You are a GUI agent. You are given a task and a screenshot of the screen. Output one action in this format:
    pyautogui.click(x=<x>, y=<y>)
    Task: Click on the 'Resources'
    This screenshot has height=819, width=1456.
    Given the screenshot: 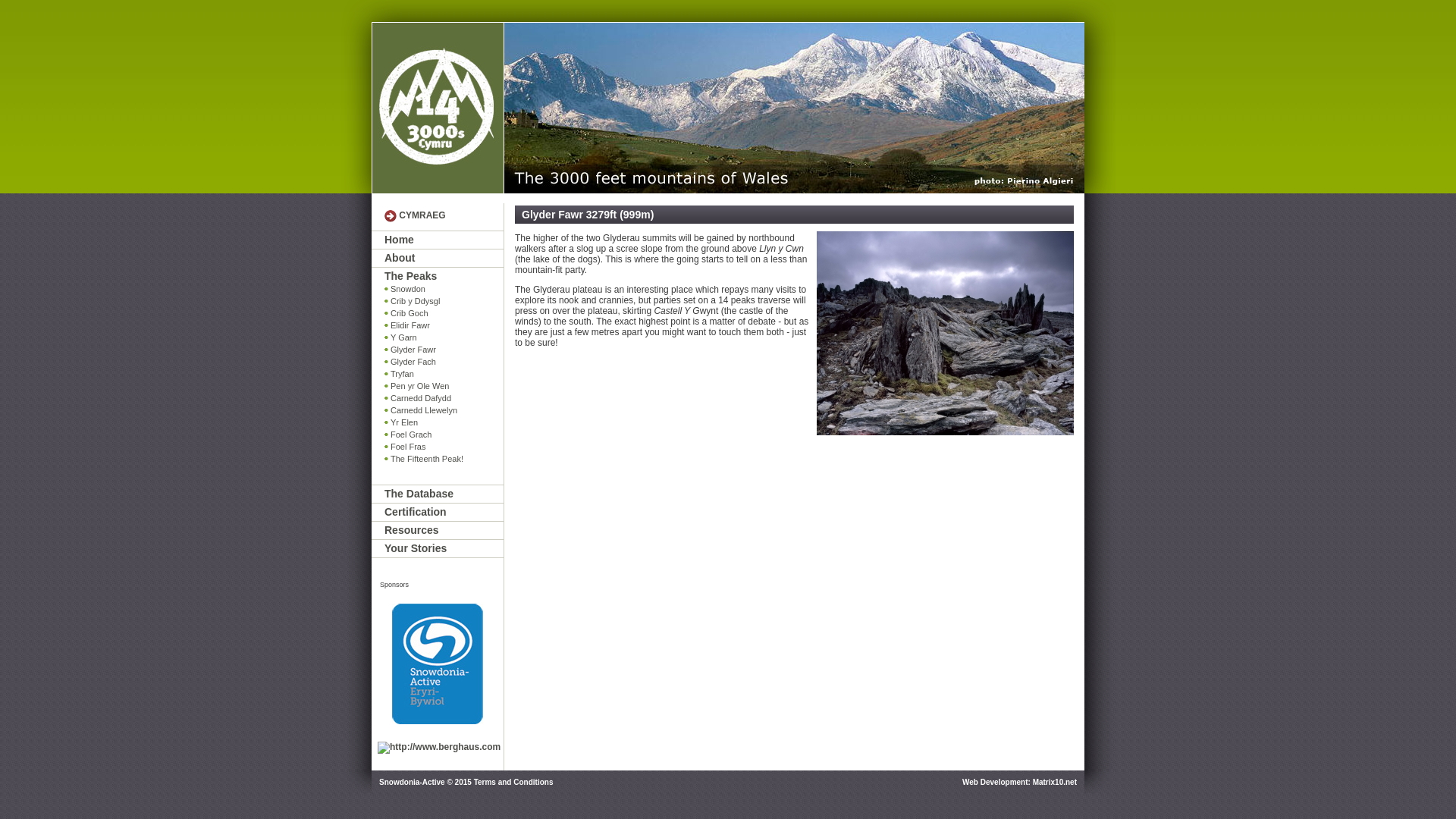 What is the action you would take?
    pyautogui.click(x=443, y=529)
    